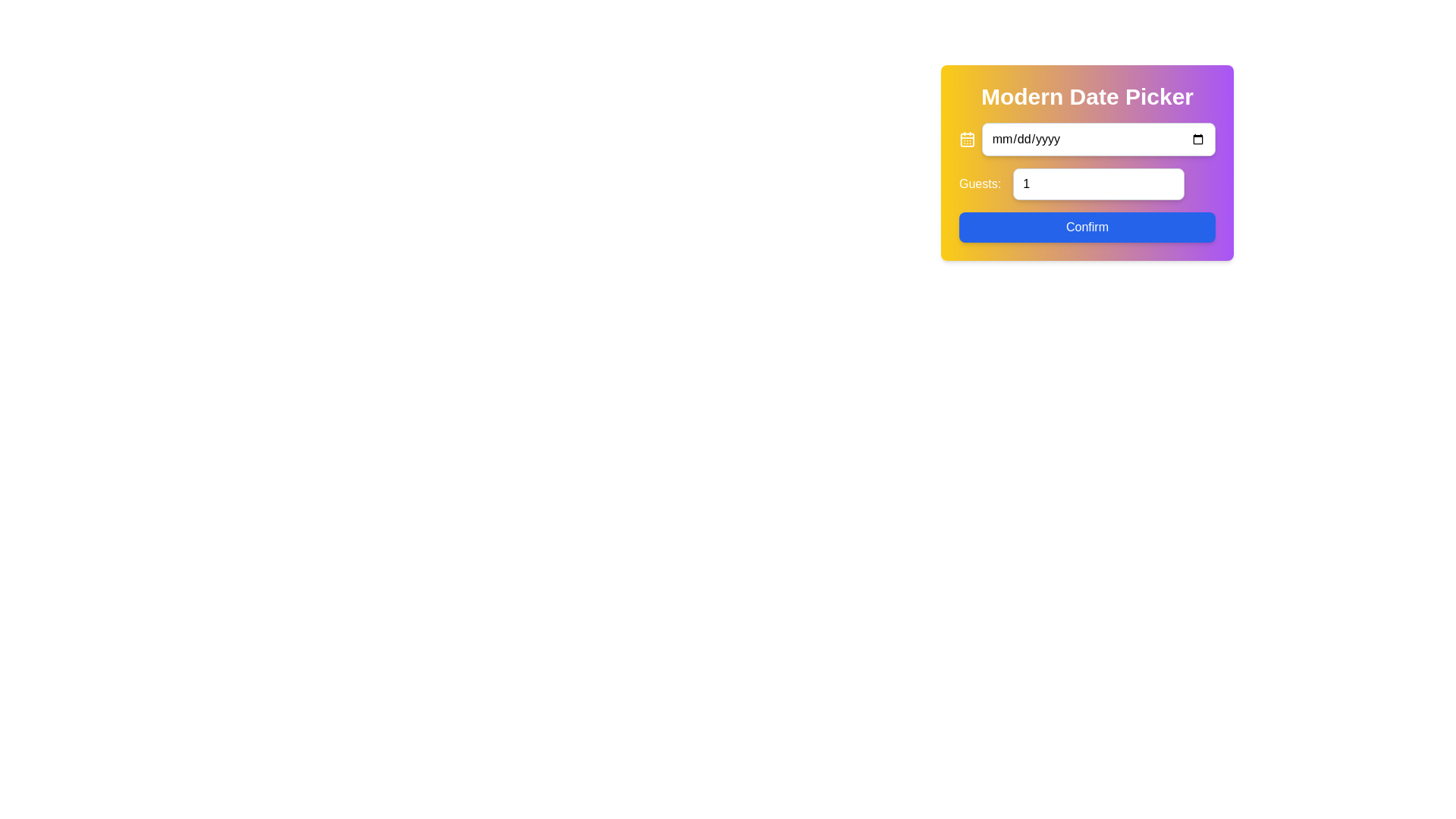 Image resolution: width=1456 pixels, height=819 pixels. What do you see at coordinates (966, 140) in the screenshot?
I see `the central rectangular component of the calendar icon located to the left of the 'mm/dd/yyyy' date input field in the Modern Date Picker interface` at bounding box center [966, 140].